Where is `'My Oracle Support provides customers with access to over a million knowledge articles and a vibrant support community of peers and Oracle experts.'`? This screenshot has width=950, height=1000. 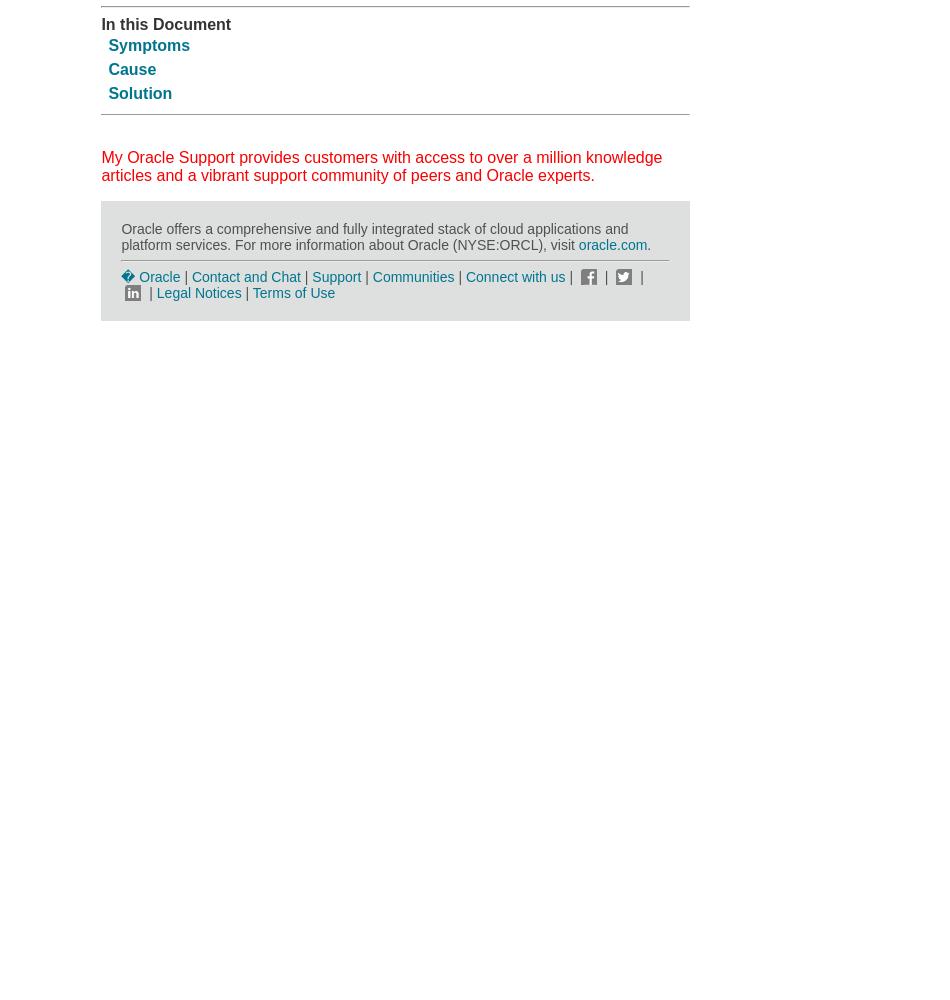 'My Oracle Support provides customers with access to over a million knowledge articles and a vibrant support community of peers and Oracle experts.' is located at coordinates (380, 165).